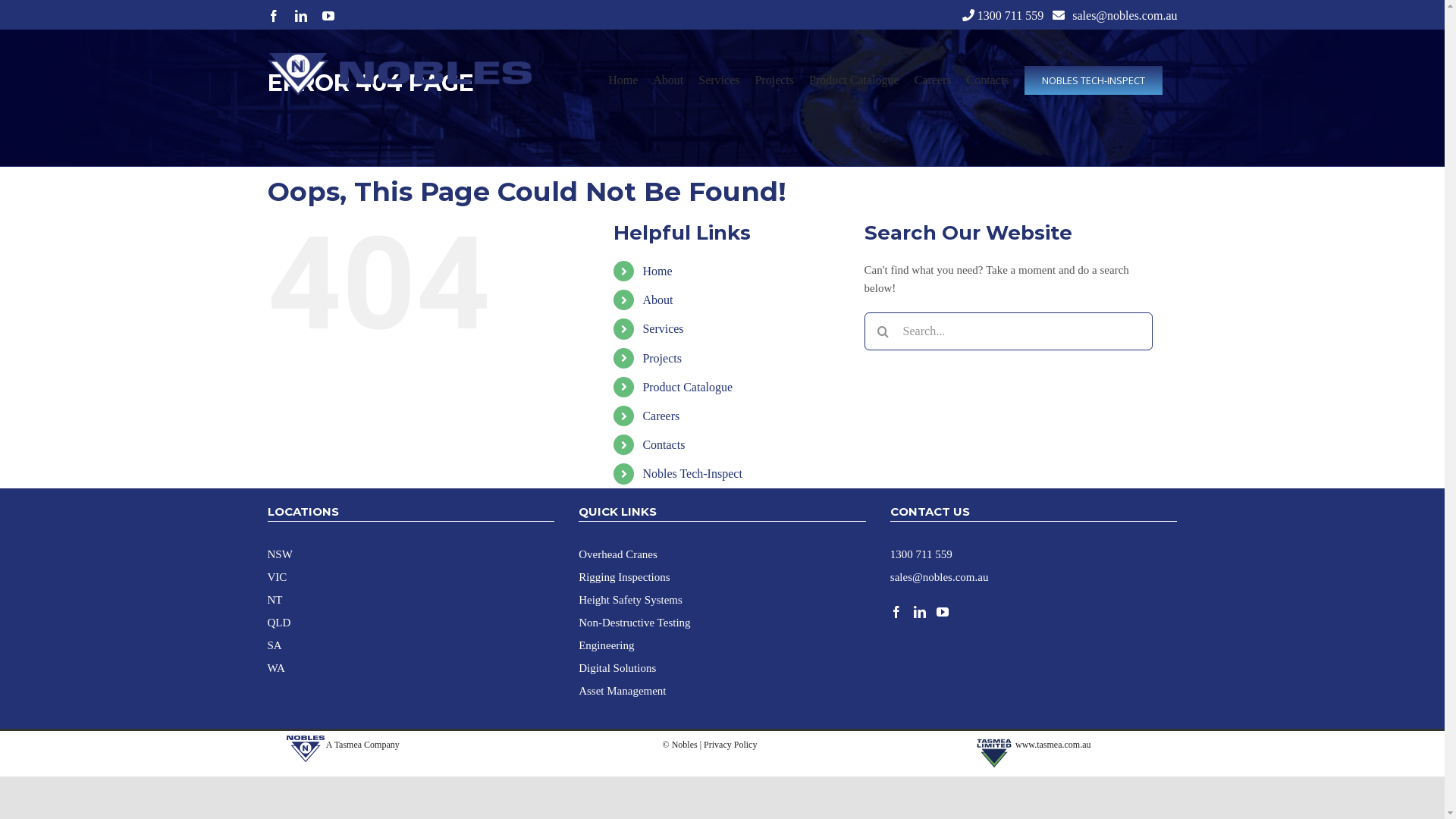  What do you see at coordinates (300, 15) in the screenshot?
I see `'LinkedIn'` at bounding box center [300, 15].